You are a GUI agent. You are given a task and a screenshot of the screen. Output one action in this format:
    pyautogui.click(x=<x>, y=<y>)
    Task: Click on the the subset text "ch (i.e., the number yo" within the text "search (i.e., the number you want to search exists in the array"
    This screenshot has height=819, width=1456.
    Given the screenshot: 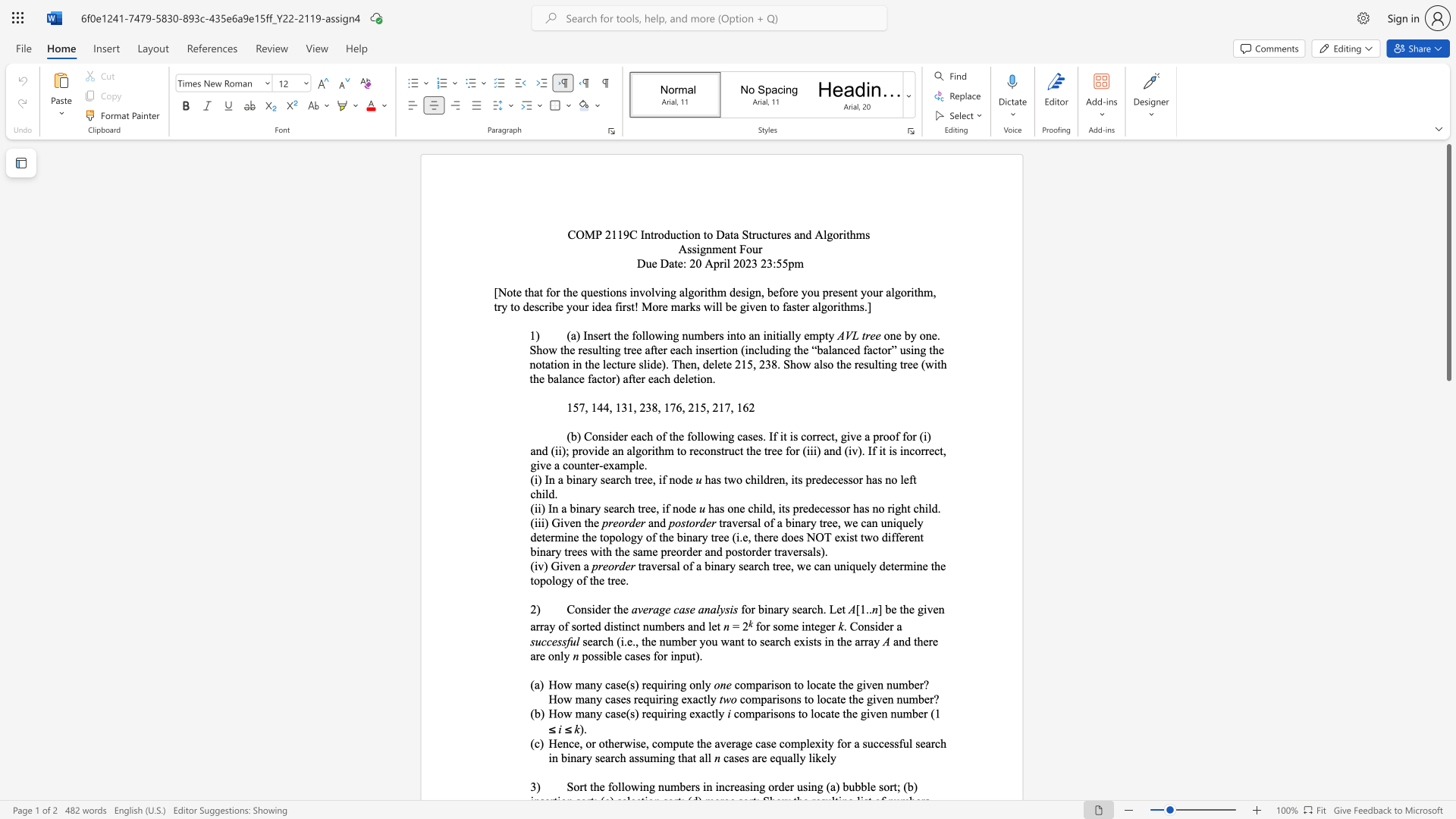 What is the action you would take?
    pyautogui.click(x=601, y=642)
    